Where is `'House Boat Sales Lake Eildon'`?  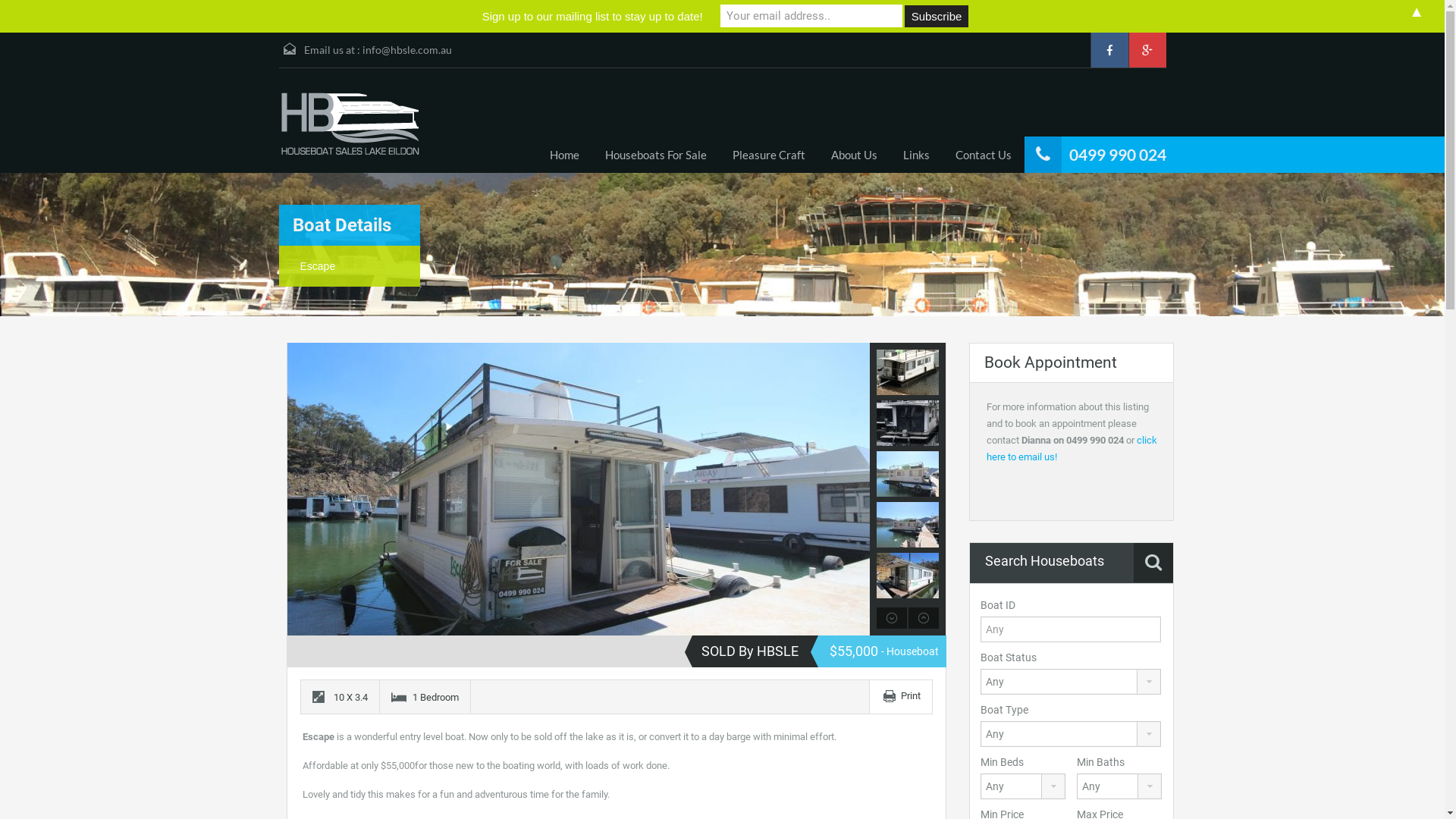
'House Boat Sales Lake Eildon' is located at coordinates (349, 124).